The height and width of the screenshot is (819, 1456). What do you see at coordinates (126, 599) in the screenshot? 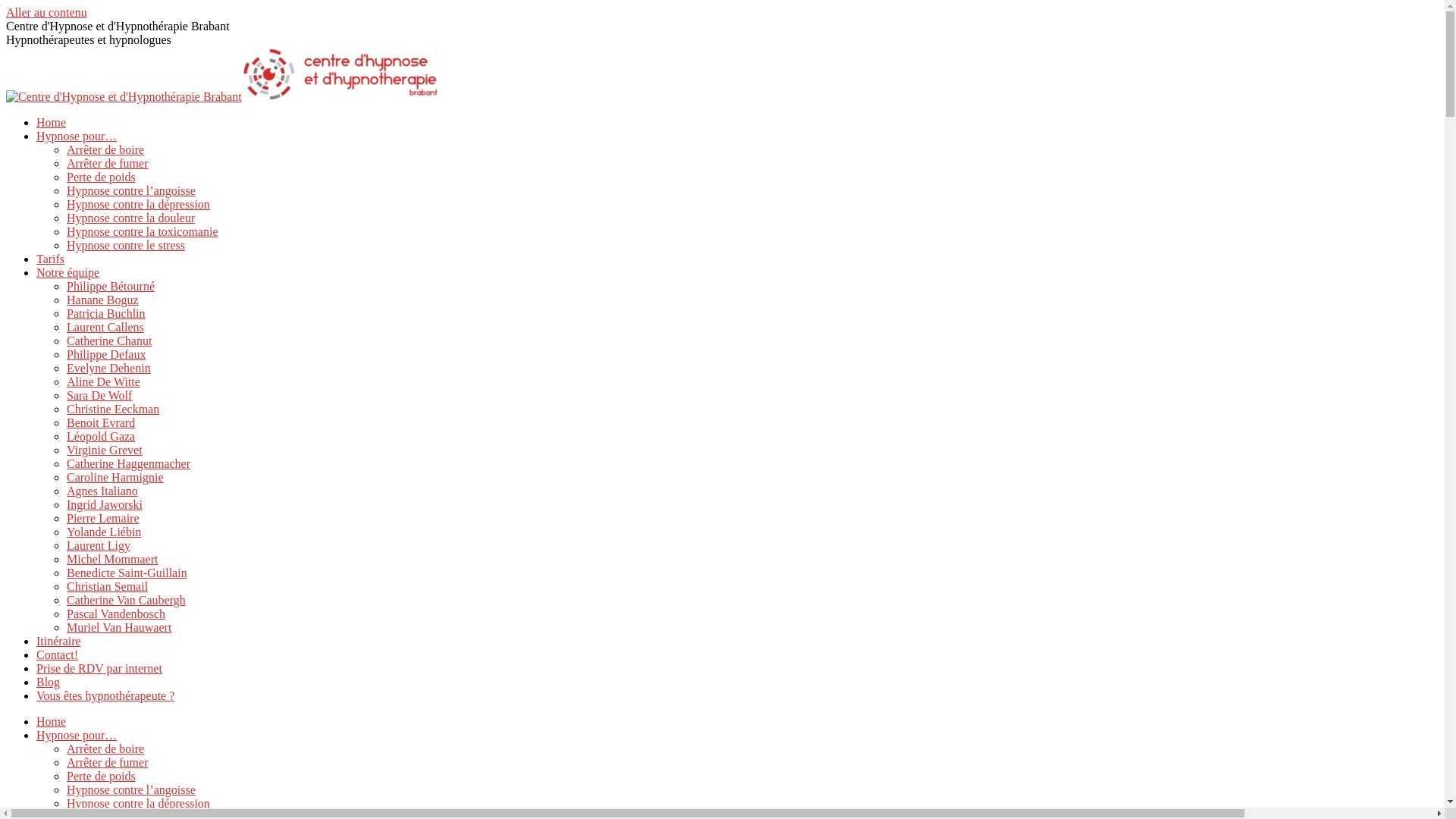
I see `'Catherine Van Caubergh'` at bounding box center [126, 599].